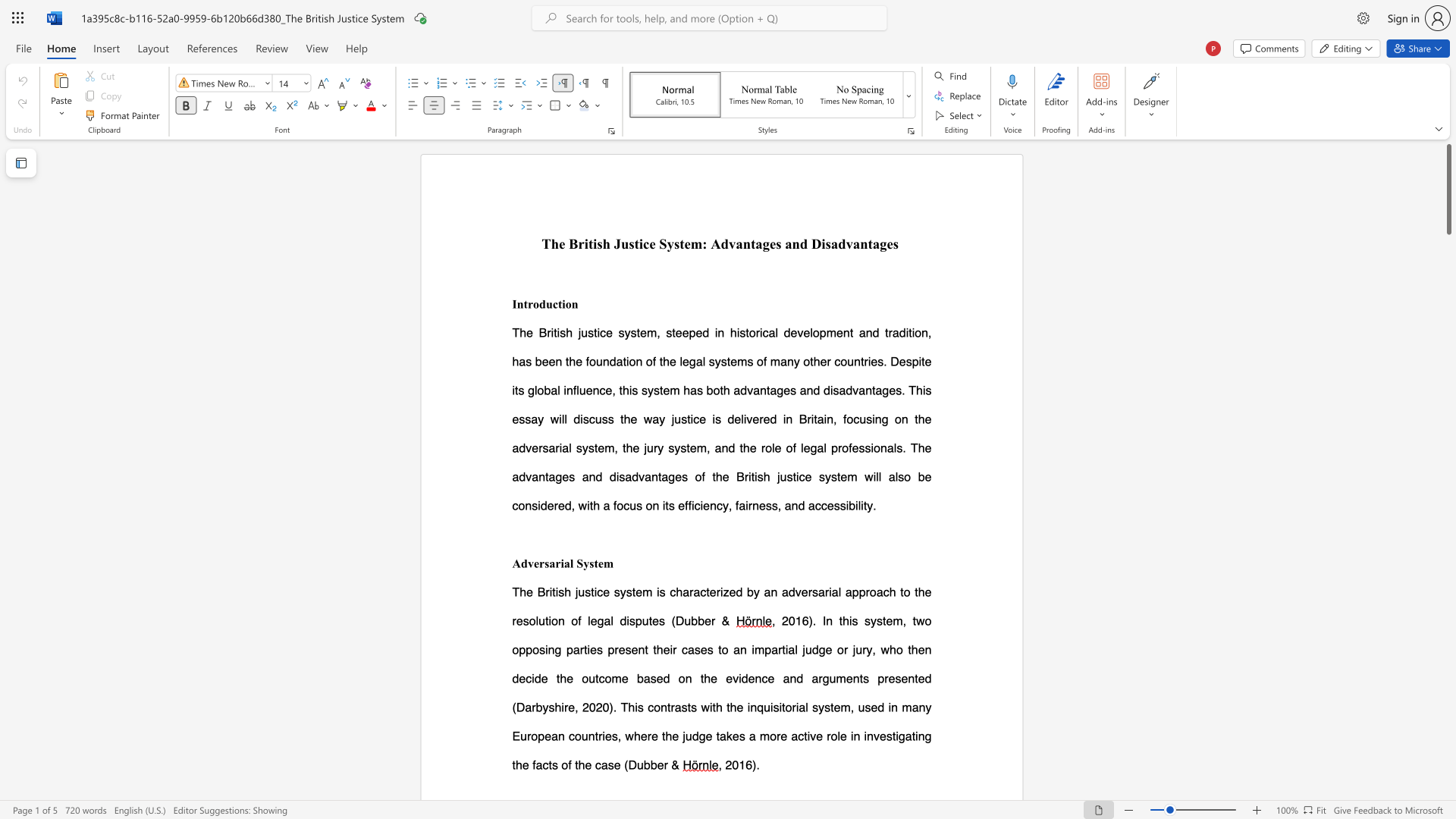 The image size is (1456, 819). What do you see at coordinates (837, 591) in the screenshot?
I see `the subset text "l approach to the resolution" within the text "The British justice system is characterized by an adversarial approach to the resolution of legal disputes"` at bounding box center [837, 591].